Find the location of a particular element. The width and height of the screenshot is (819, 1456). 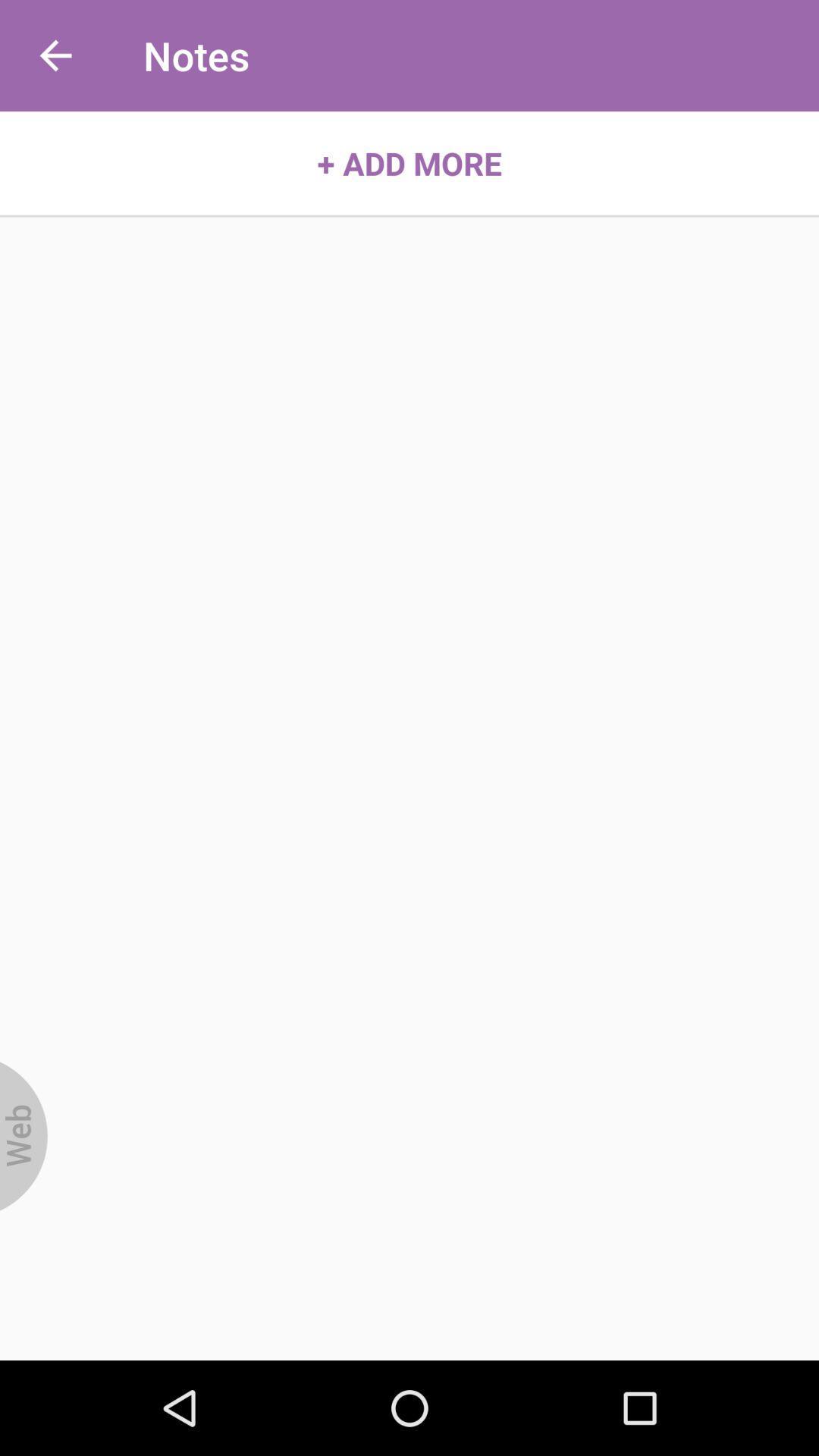

the icon to the left of the notes is located at coordinates (55, 55).